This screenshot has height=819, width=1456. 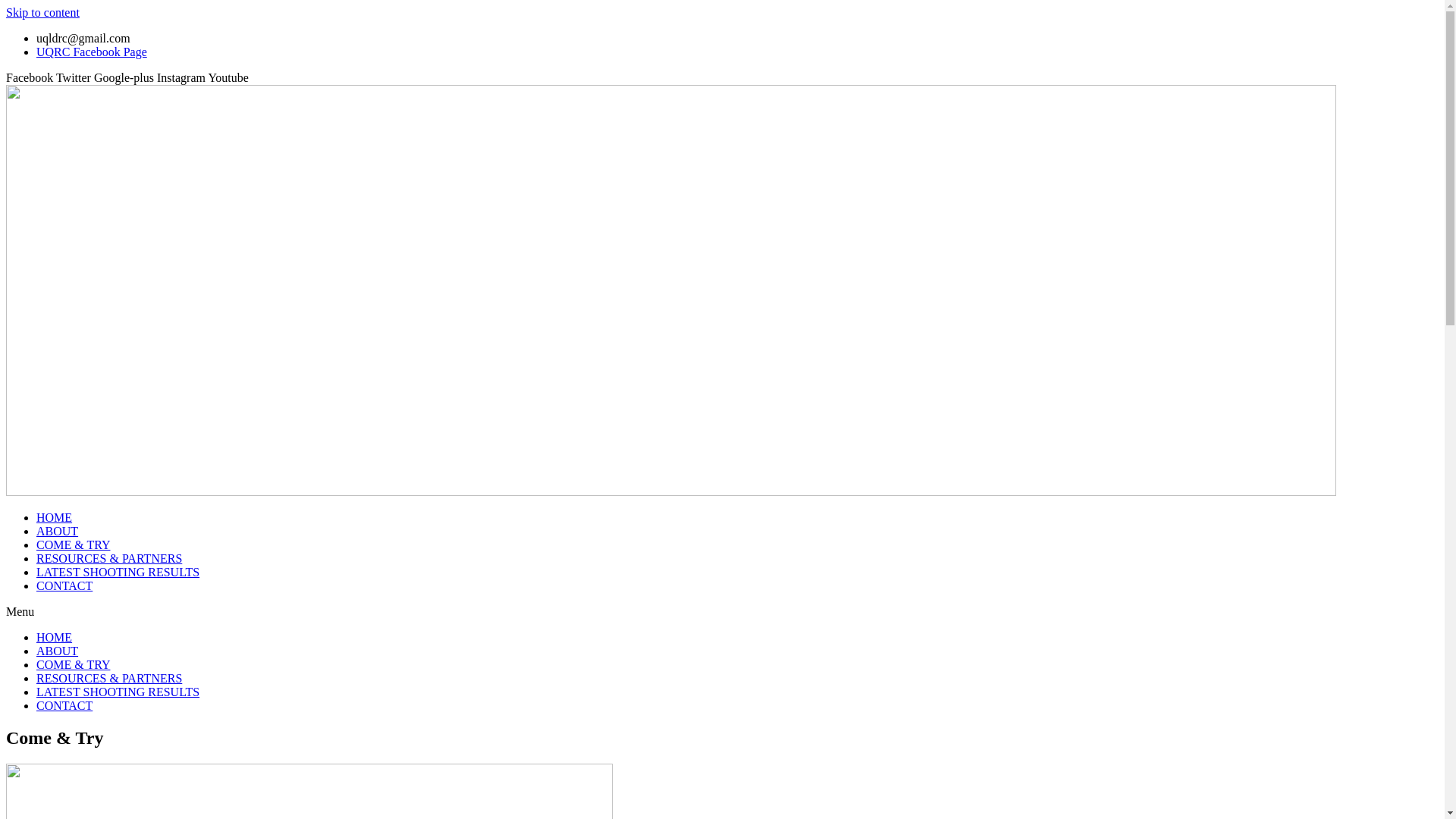 What do you see at coordinates (72, 664) in the screenshot?
I see `'COME & TRY'` at bounding box center [72, 664].